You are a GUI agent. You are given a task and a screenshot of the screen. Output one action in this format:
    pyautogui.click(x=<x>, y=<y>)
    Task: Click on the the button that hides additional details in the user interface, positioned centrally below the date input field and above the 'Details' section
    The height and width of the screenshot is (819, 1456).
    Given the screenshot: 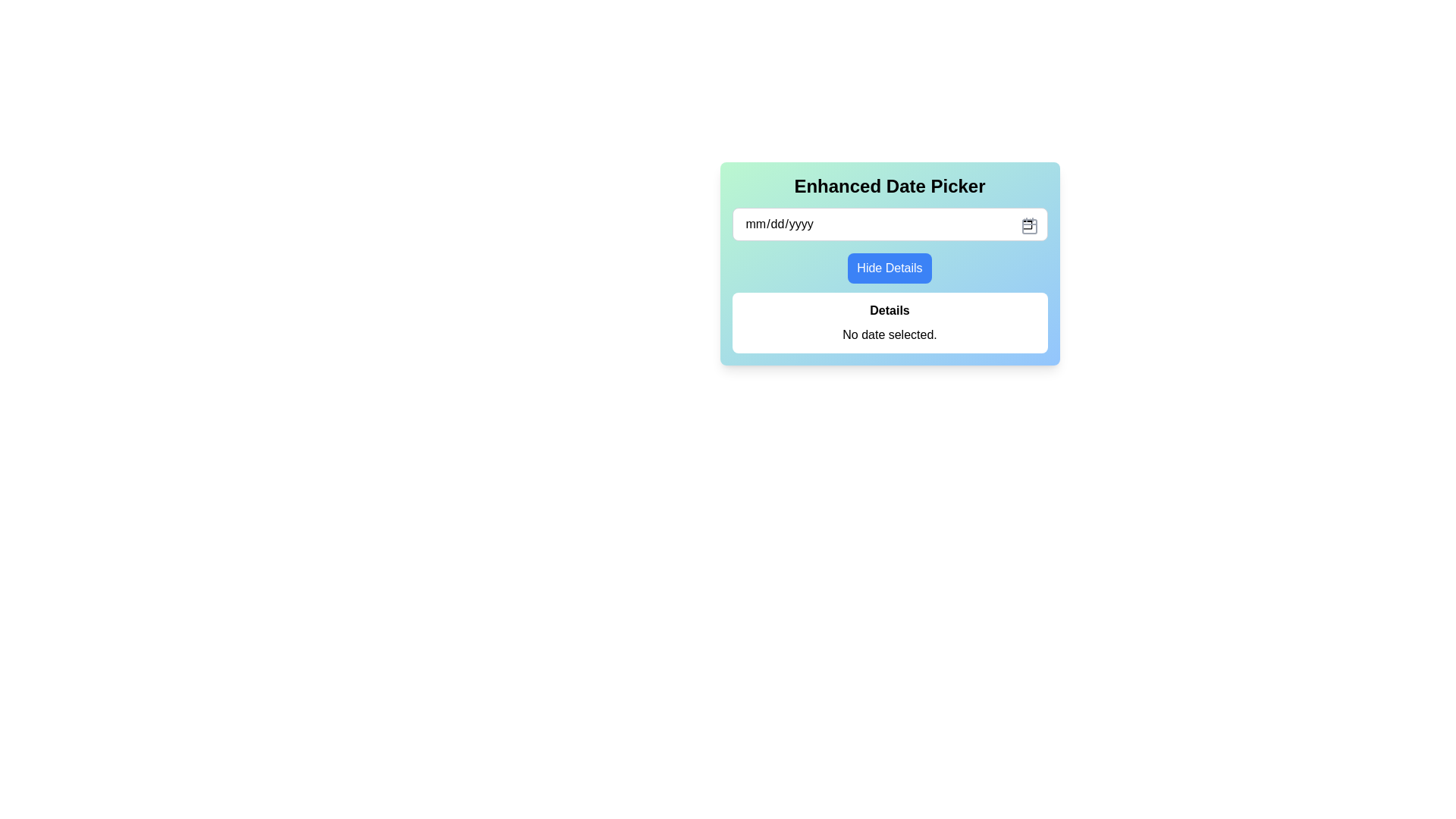 What is the action you would take?
    pyautogui.click(x=890, y=262)
    